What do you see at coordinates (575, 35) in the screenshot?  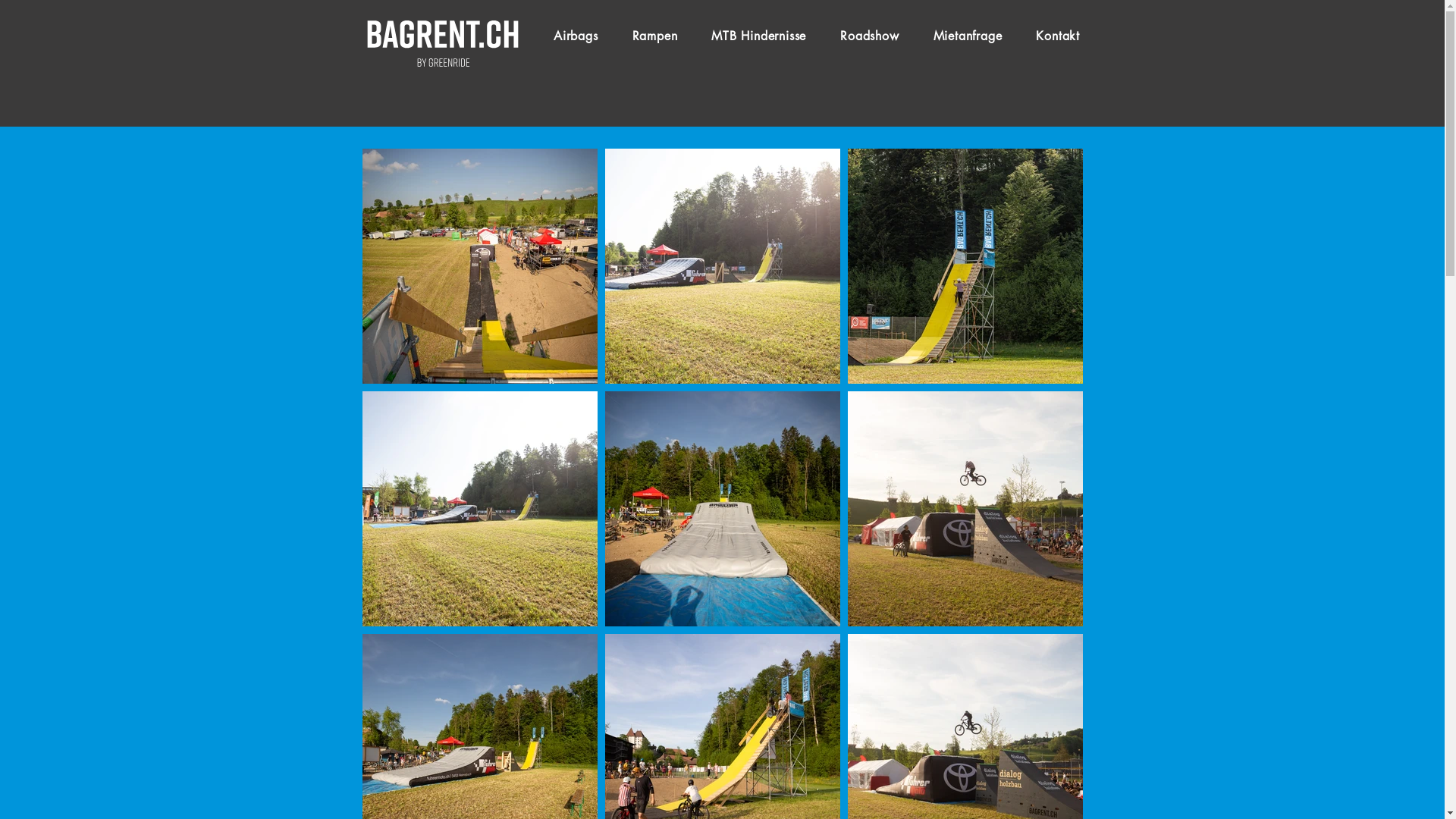 I see `'Airbags'` at bounding box center [575, 35].